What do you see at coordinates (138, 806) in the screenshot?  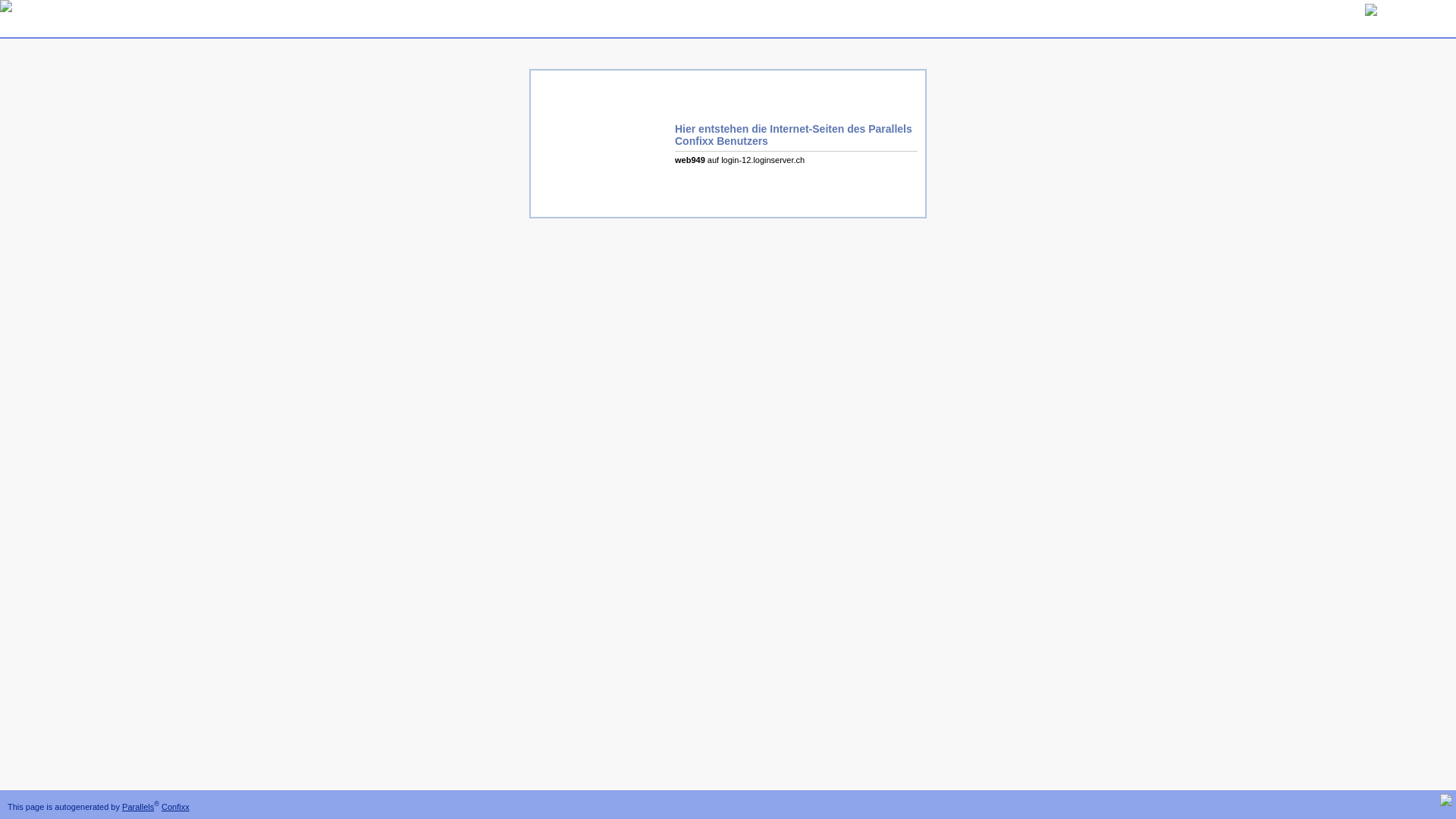 I see `'Parallels'` at bounding box center [138, 806].